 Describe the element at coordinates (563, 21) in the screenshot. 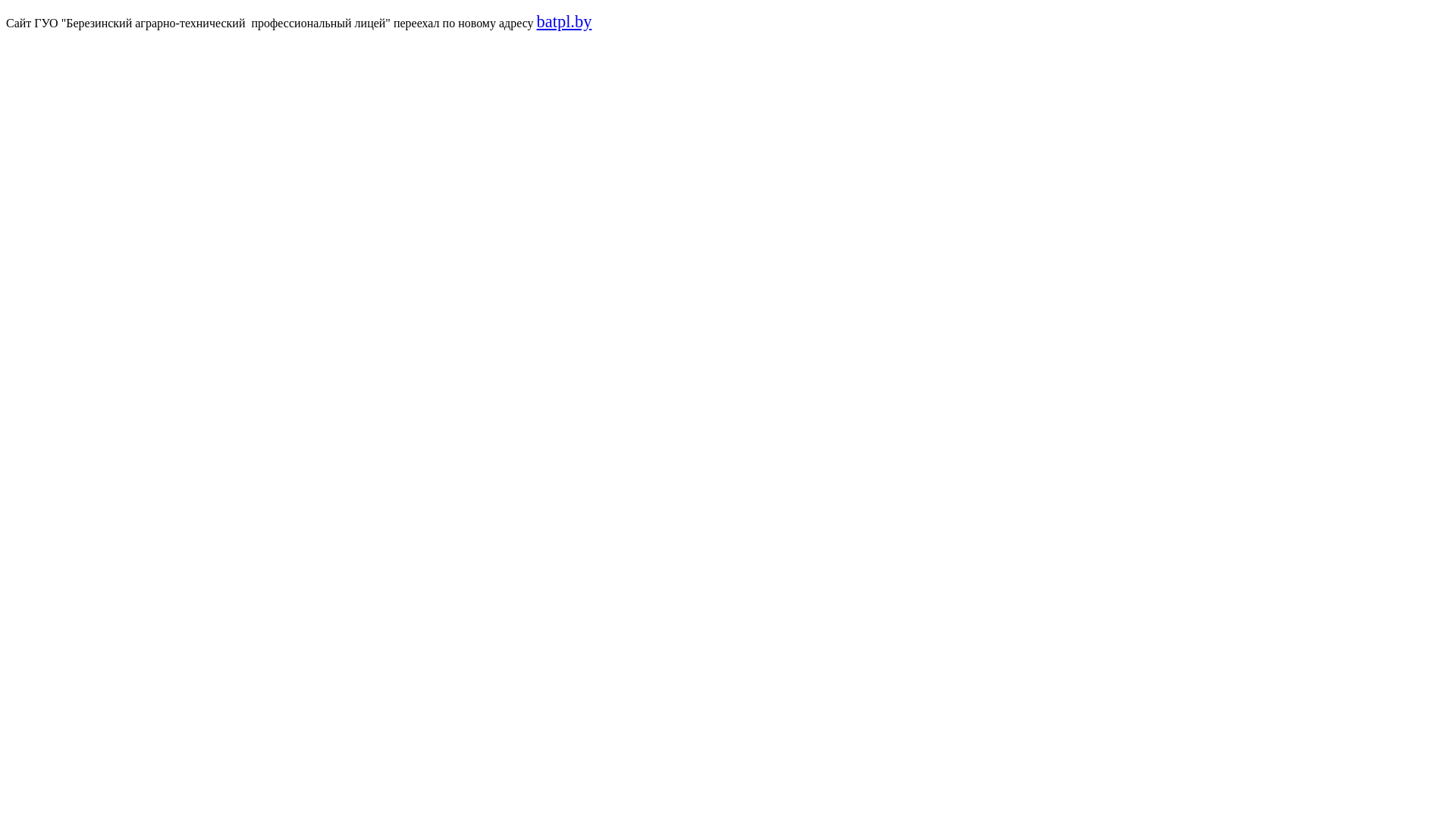

I see `'batpl.by'` at that location.